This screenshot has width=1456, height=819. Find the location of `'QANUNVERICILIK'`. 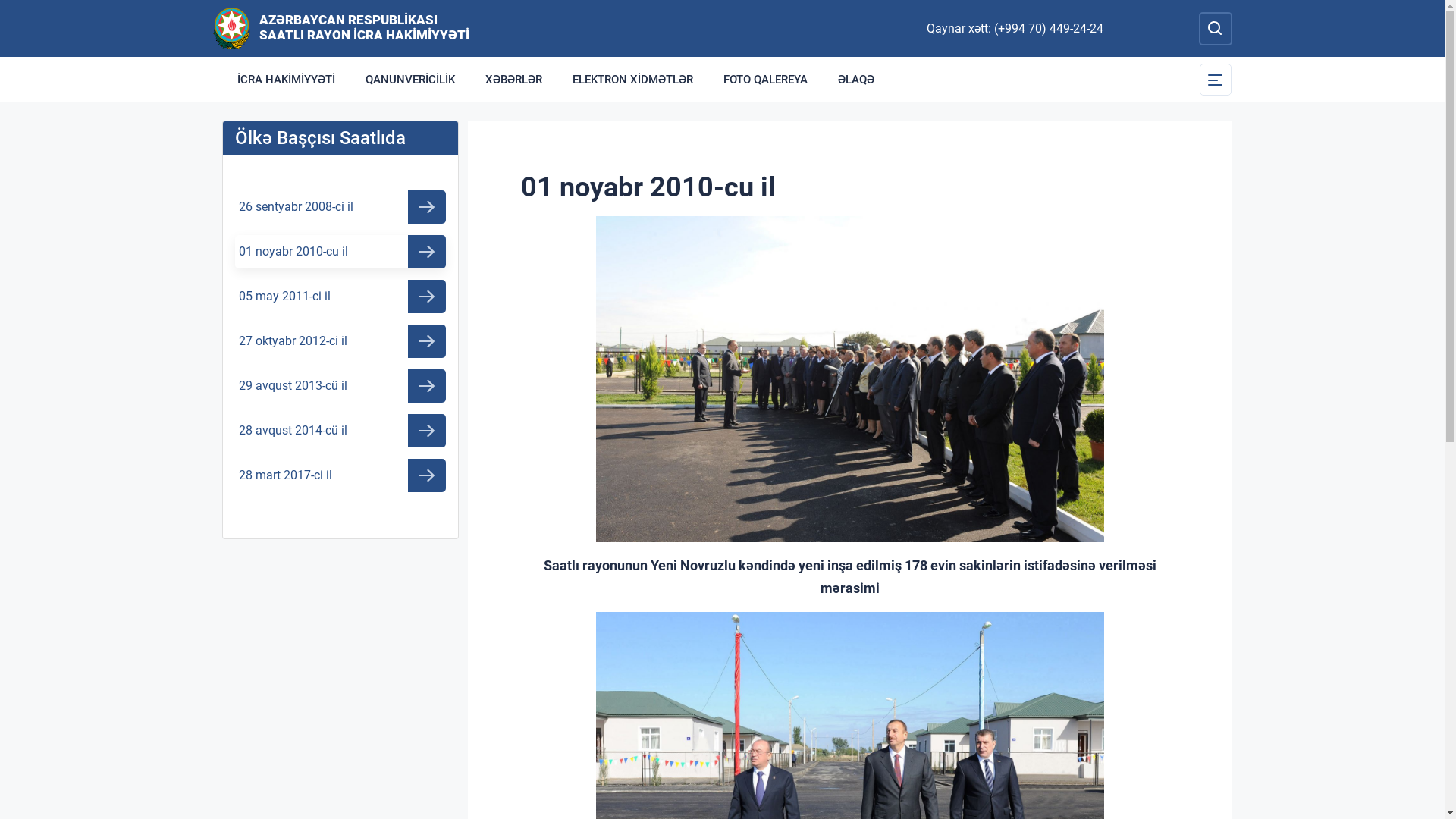

'QANUNVERICILIK' is located at coordinates (410, 79).